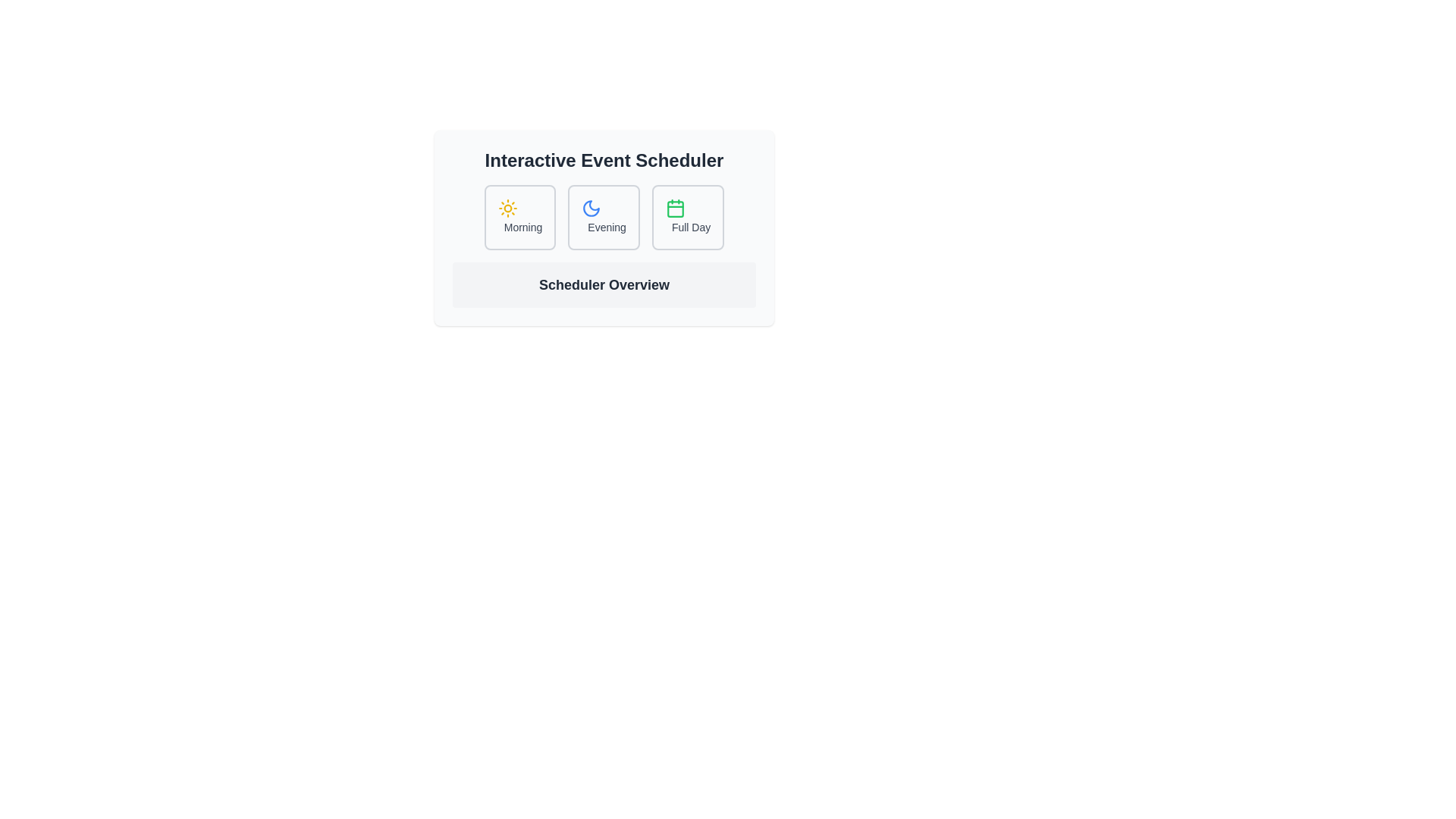 The image size is (1456, 819). Describe the element at coordinates (507, 208) in the screenshot. I see `the 'Morning' icon, which is the leftmost element in a horizontal arrangement of three boxes labeled 'Morning', 'Evening', and 'Full Day'` at that location.